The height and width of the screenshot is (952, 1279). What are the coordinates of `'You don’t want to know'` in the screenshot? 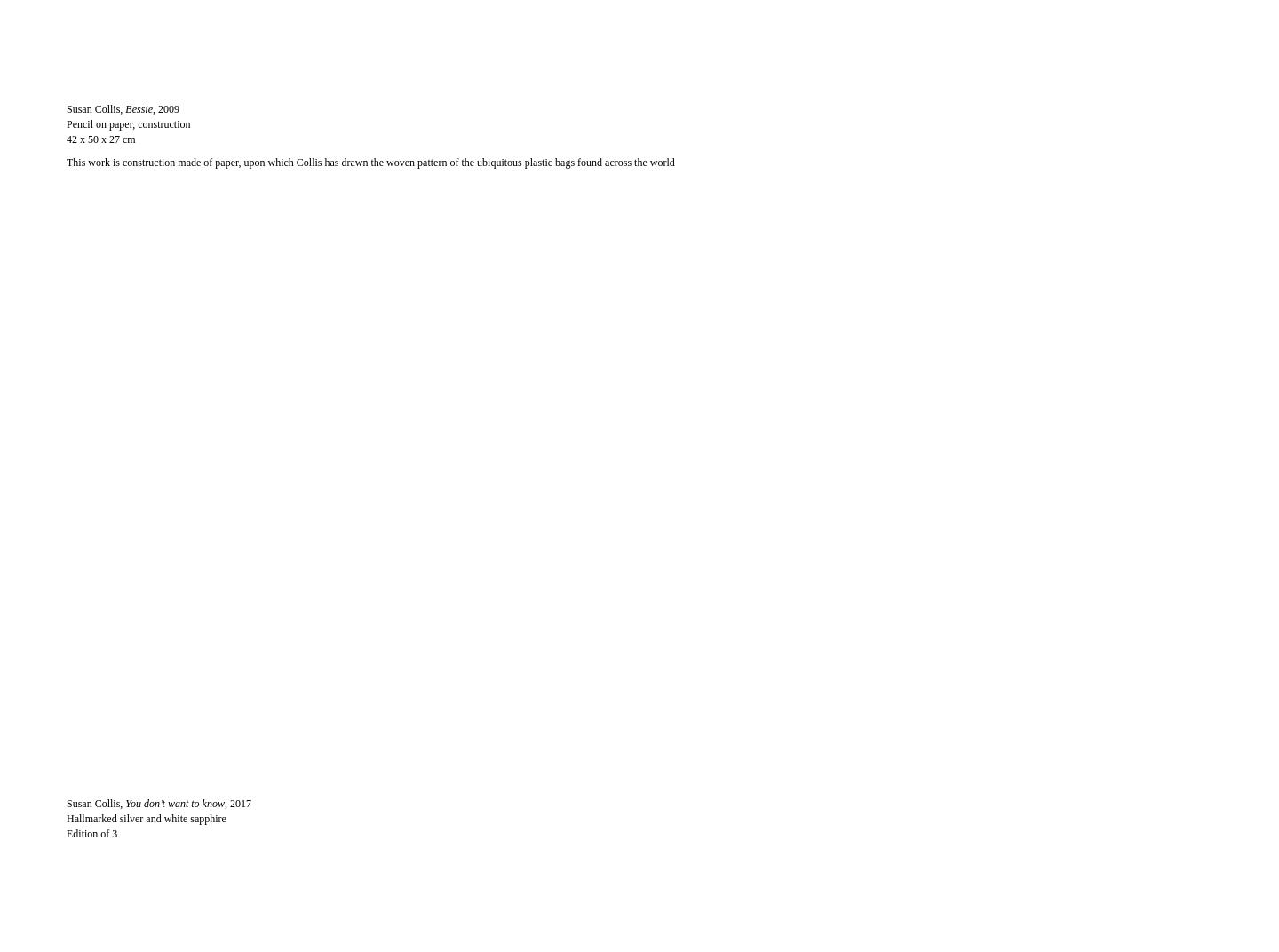 It's located at (174, 803).